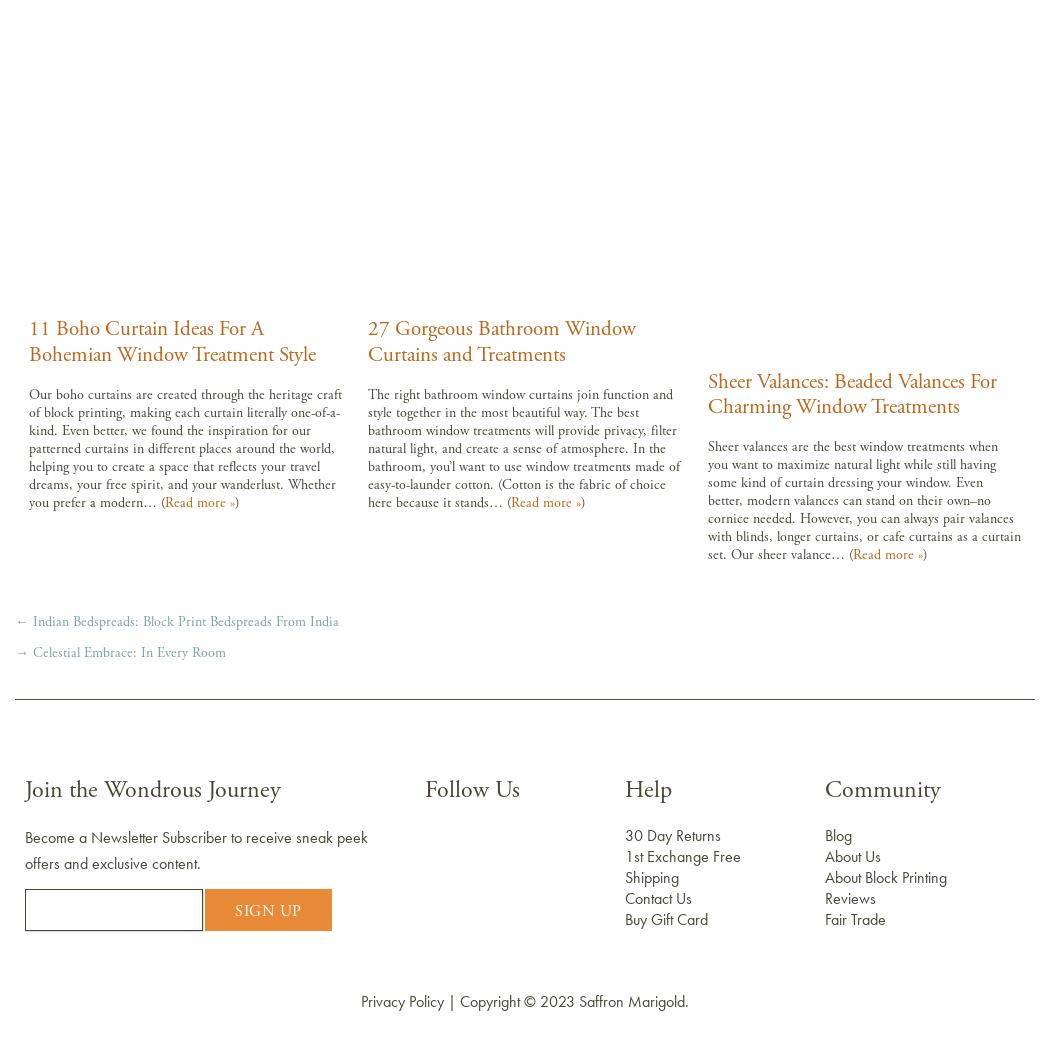 This screenshot has width=1050, height=1058. What do you see at coordinates (624, 790) in the screenshot?
I see `'Help'` at bounding box center [624, 790].